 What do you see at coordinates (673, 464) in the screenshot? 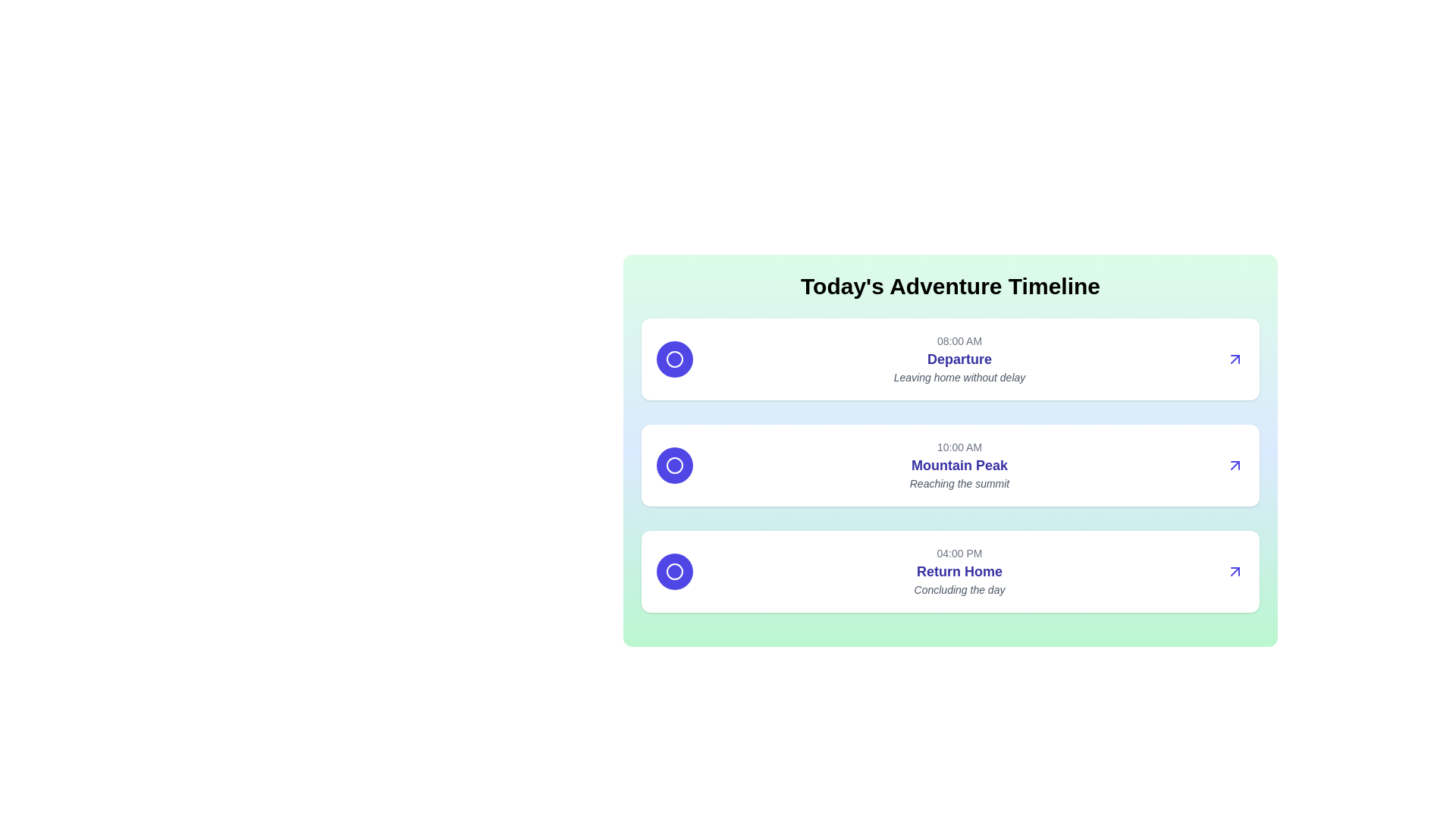
I see `the second circular icon labeled 'Mountain Peak' in the vertically arranged list of timeline items` at bounding box center [673, 464].